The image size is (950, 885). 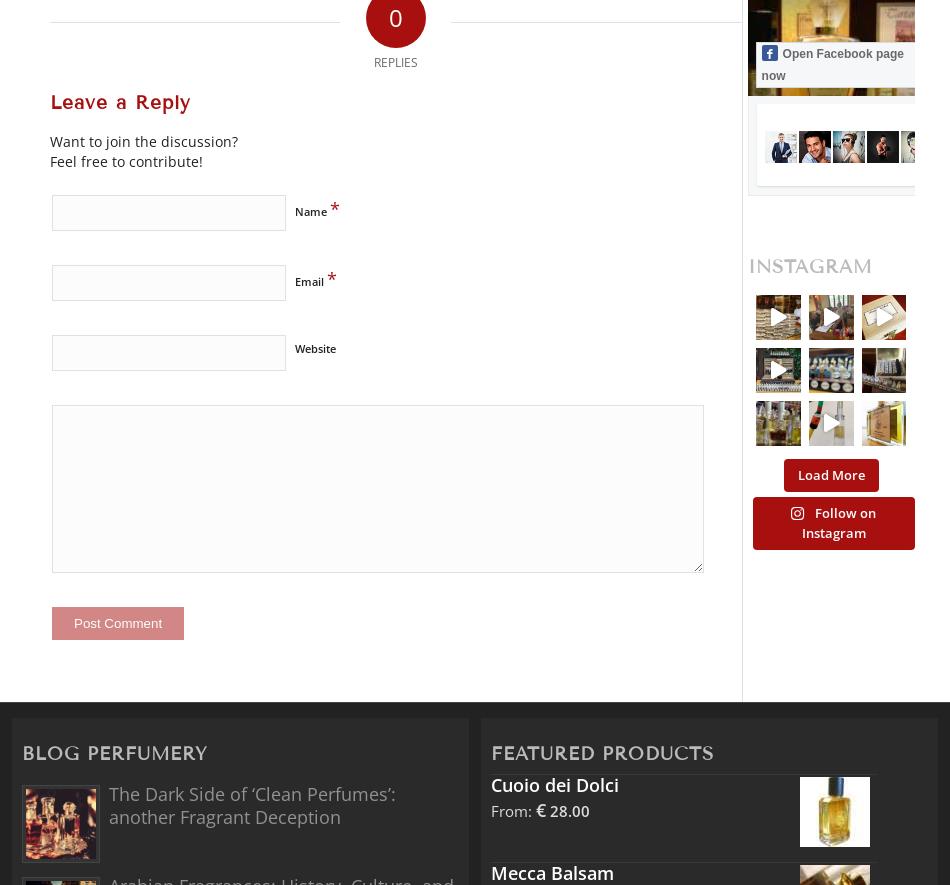 What do you see at coordinates (144, 139) in the screenshot?
I see `'Want to join the discussion?'` at bounding box center [144, 139].